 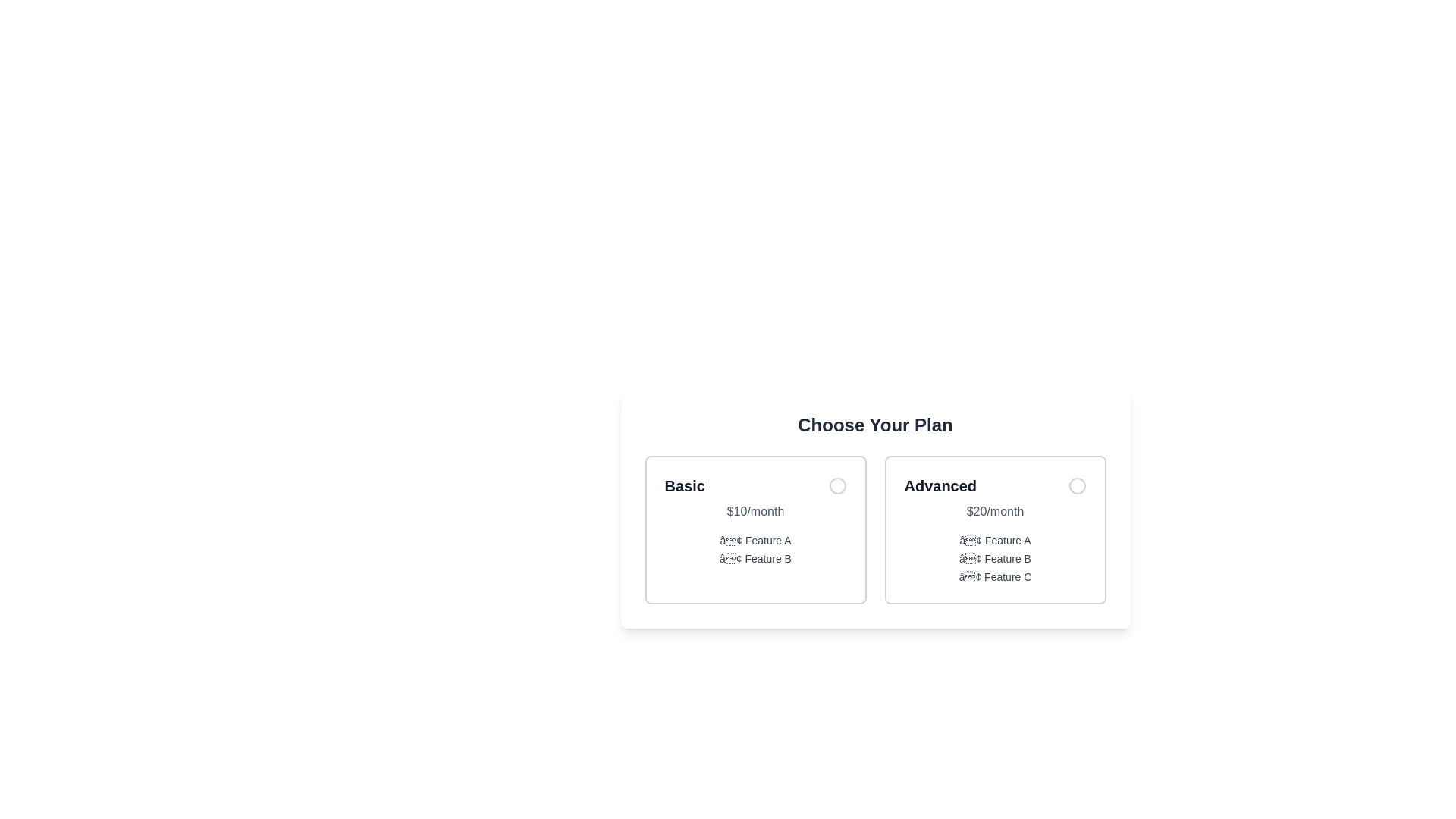 I want to click on descriptive text label indicating a feature of the 'Basic' plan, which is located as the second feature on the left side of the layout, so click(x=755, y=558).